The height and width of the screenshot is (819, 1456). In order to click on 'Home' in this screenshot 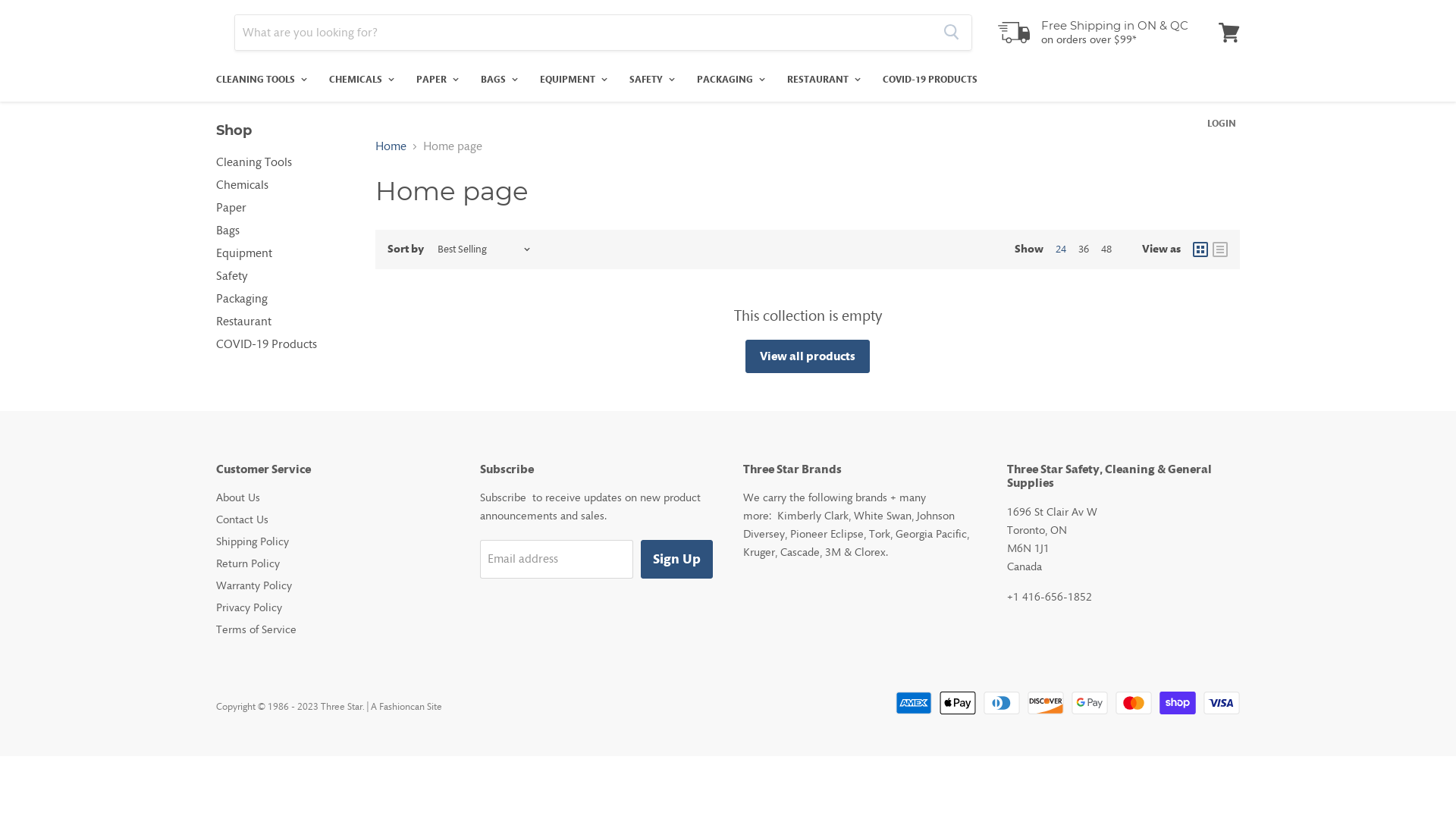, I will do `click(375, 146)`.